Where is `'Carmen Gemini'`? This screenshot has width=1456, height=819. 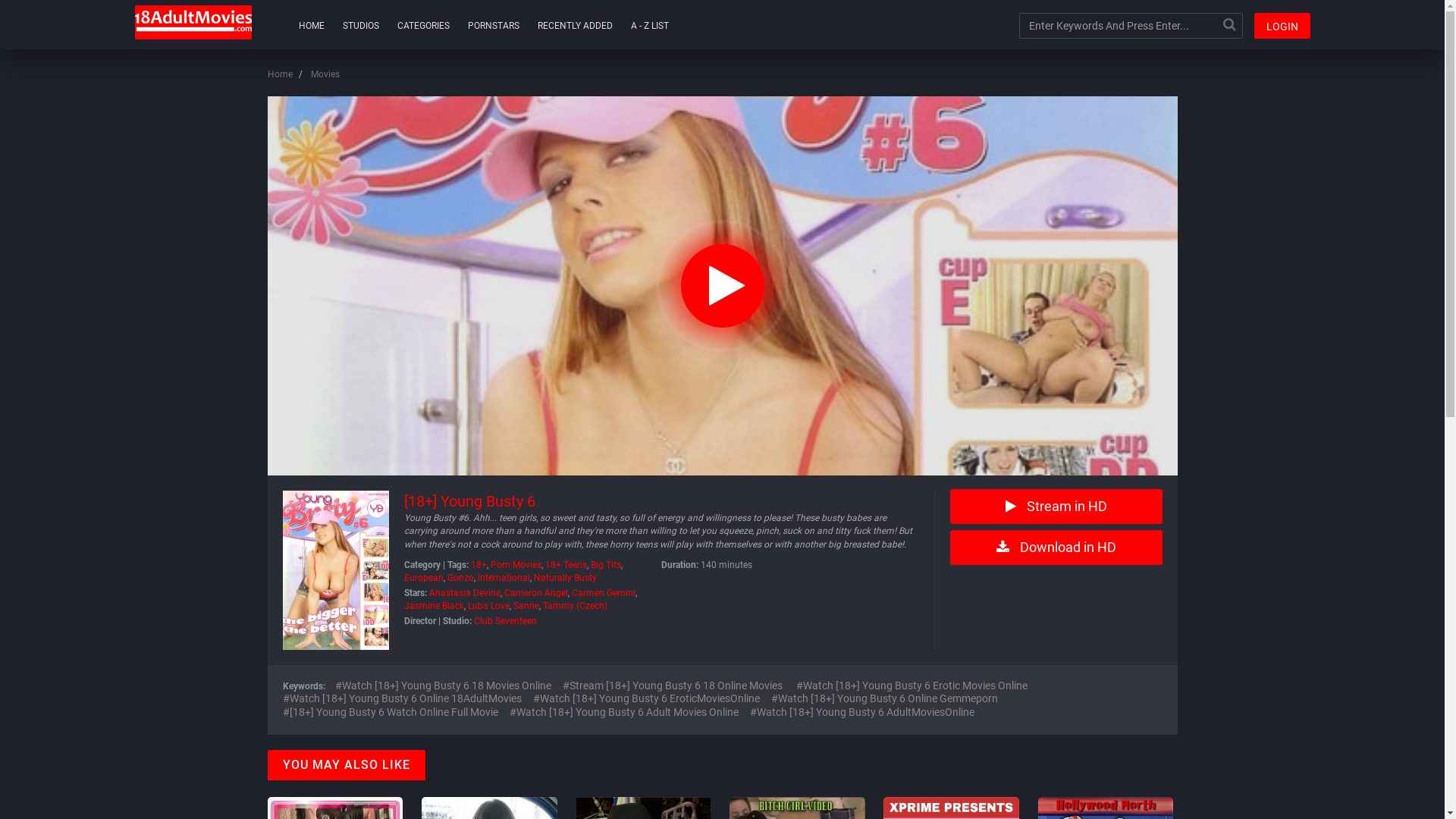 'Carmen Gemini' is located at coordinates (603, 592).